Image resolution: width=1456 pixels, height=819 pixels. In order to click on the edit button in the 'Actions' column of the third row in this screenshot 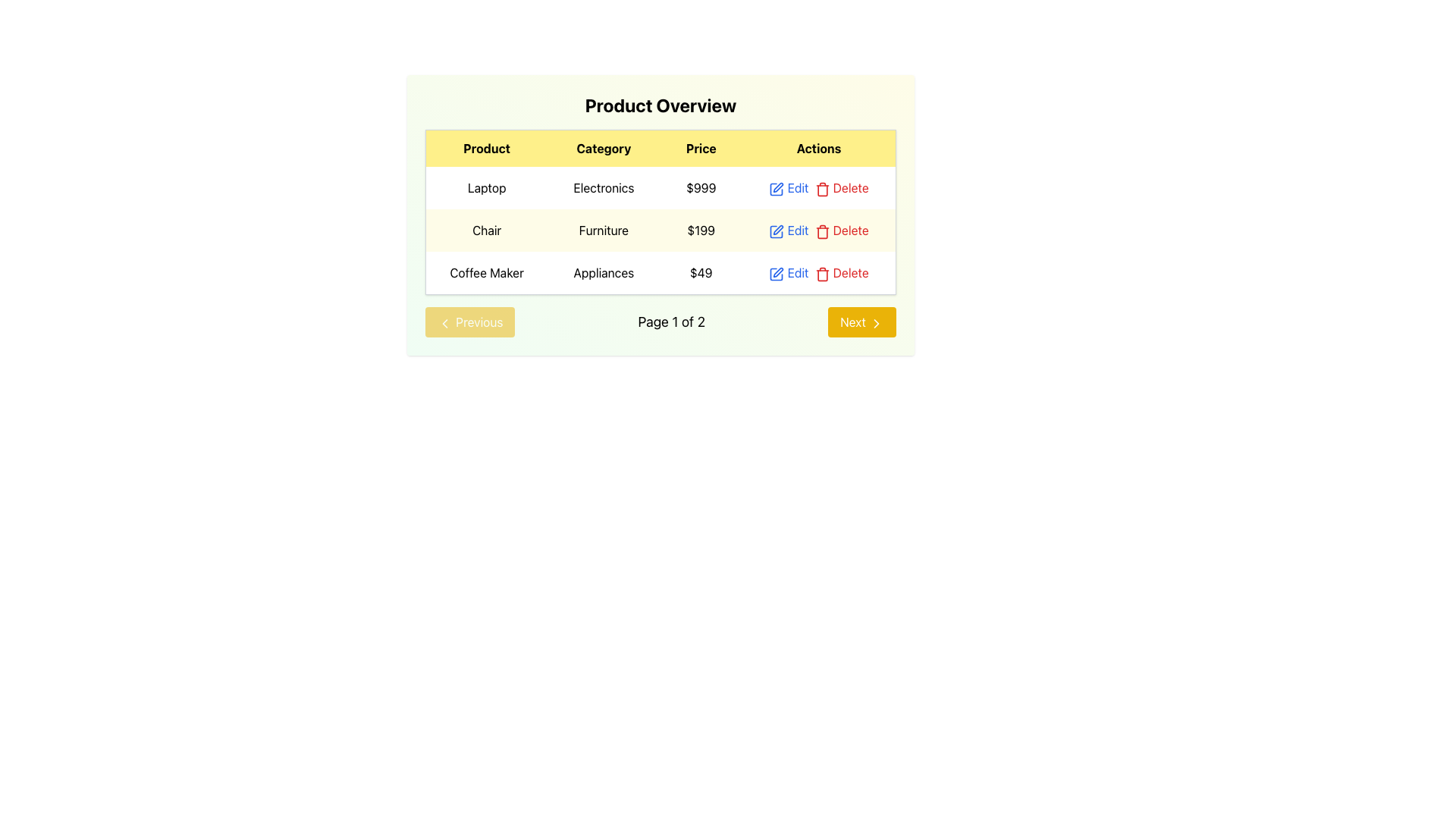, I will do `click(789, 271)`.